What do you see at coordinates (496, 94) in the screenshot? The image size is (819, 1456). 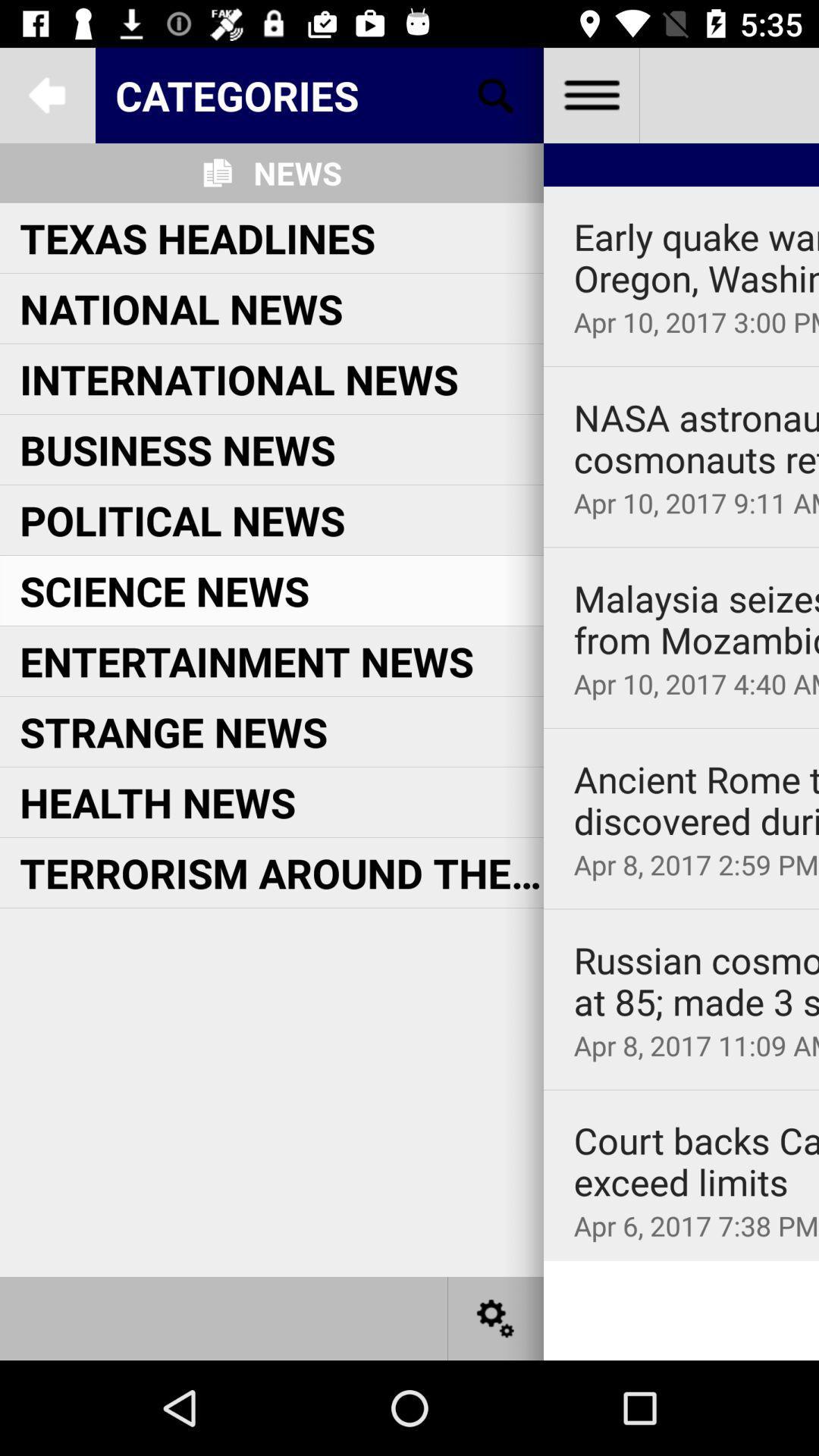 I see `search icon at top` at bounding box center [496, 94].